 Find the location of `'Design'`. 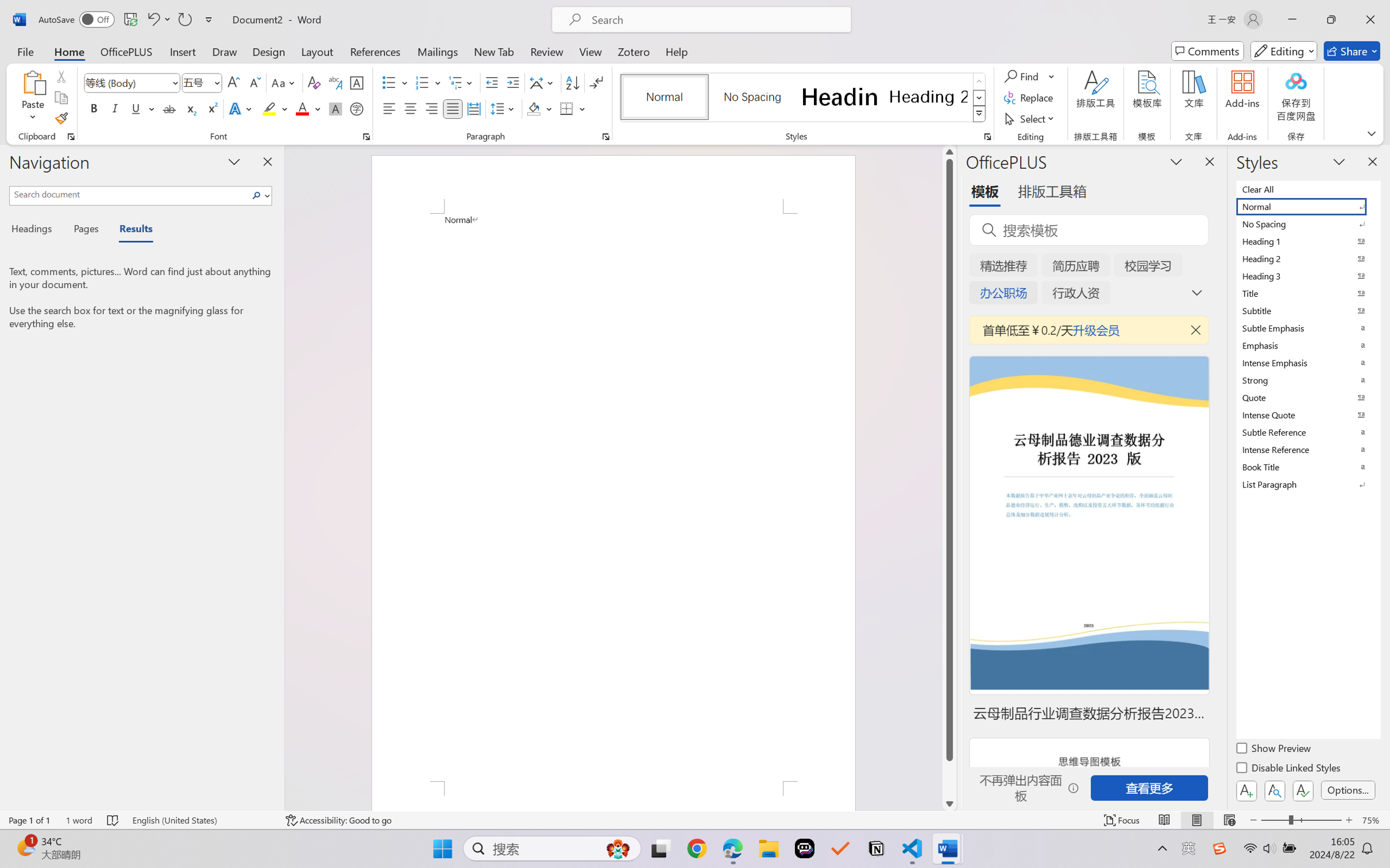

'Design' is located at coordinates (268, 51).